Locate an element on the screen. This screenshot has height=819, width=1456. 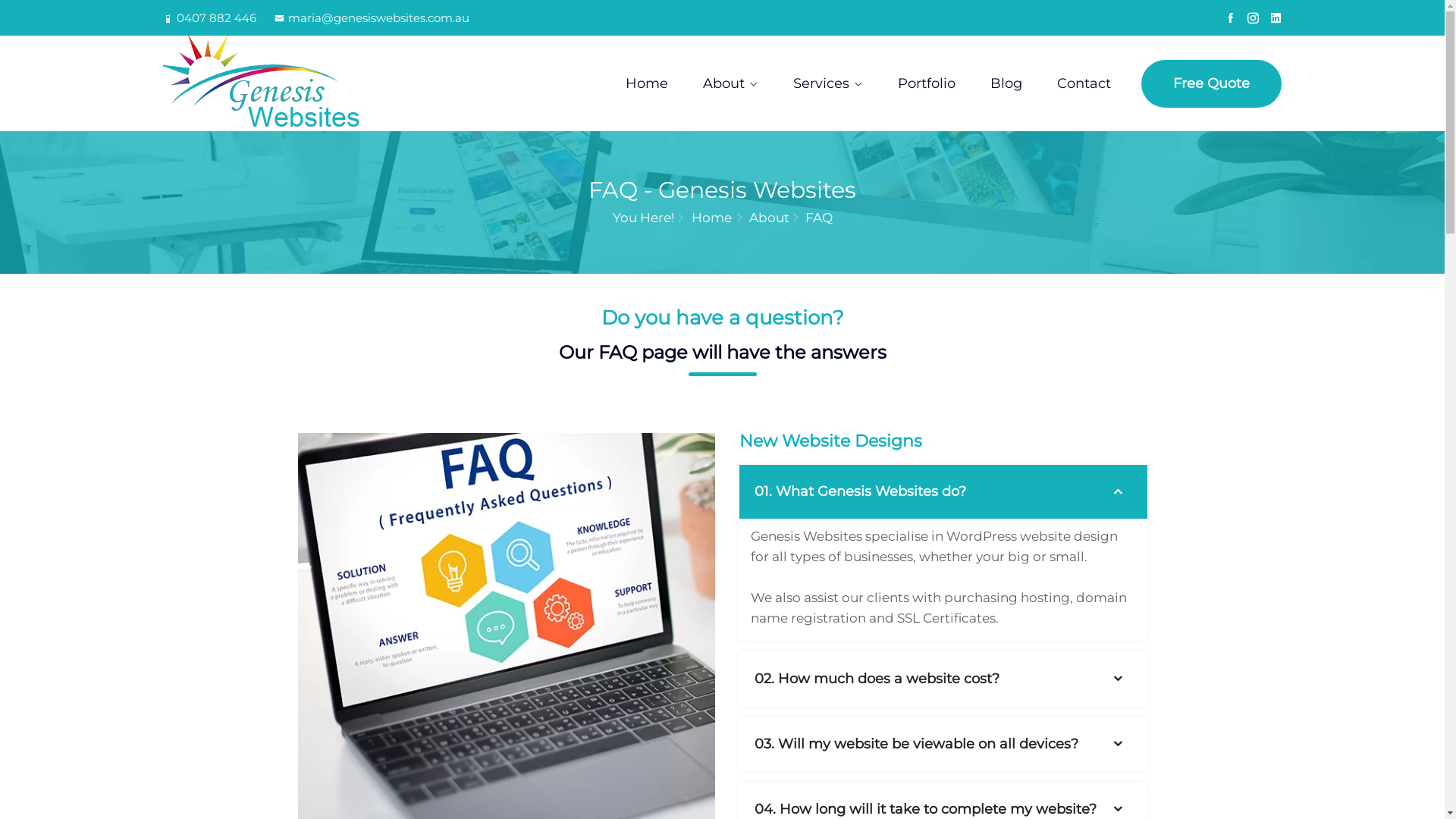
'Services' is located at coordinates (792, 83).